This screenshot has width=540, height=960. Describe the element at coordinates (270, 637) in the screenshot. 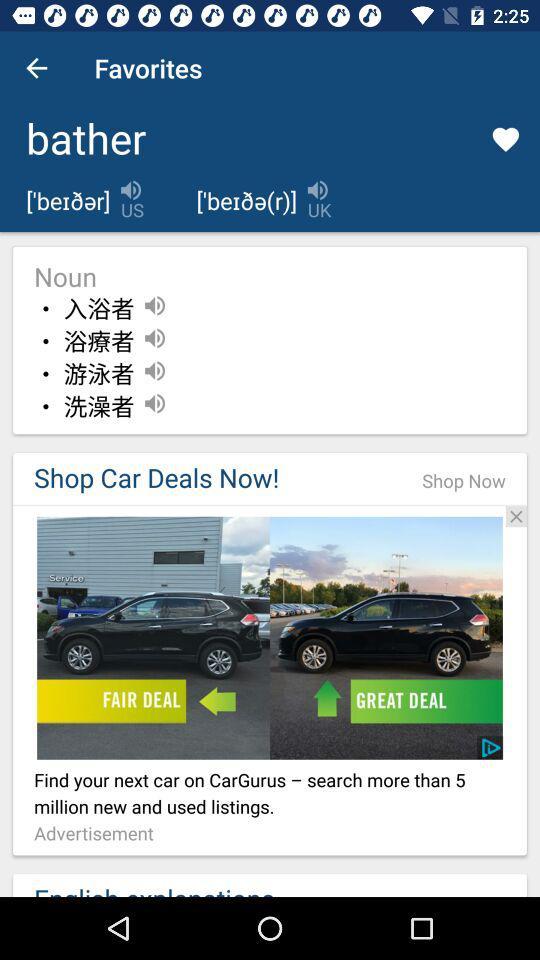

I see `open advertisement` at that location.